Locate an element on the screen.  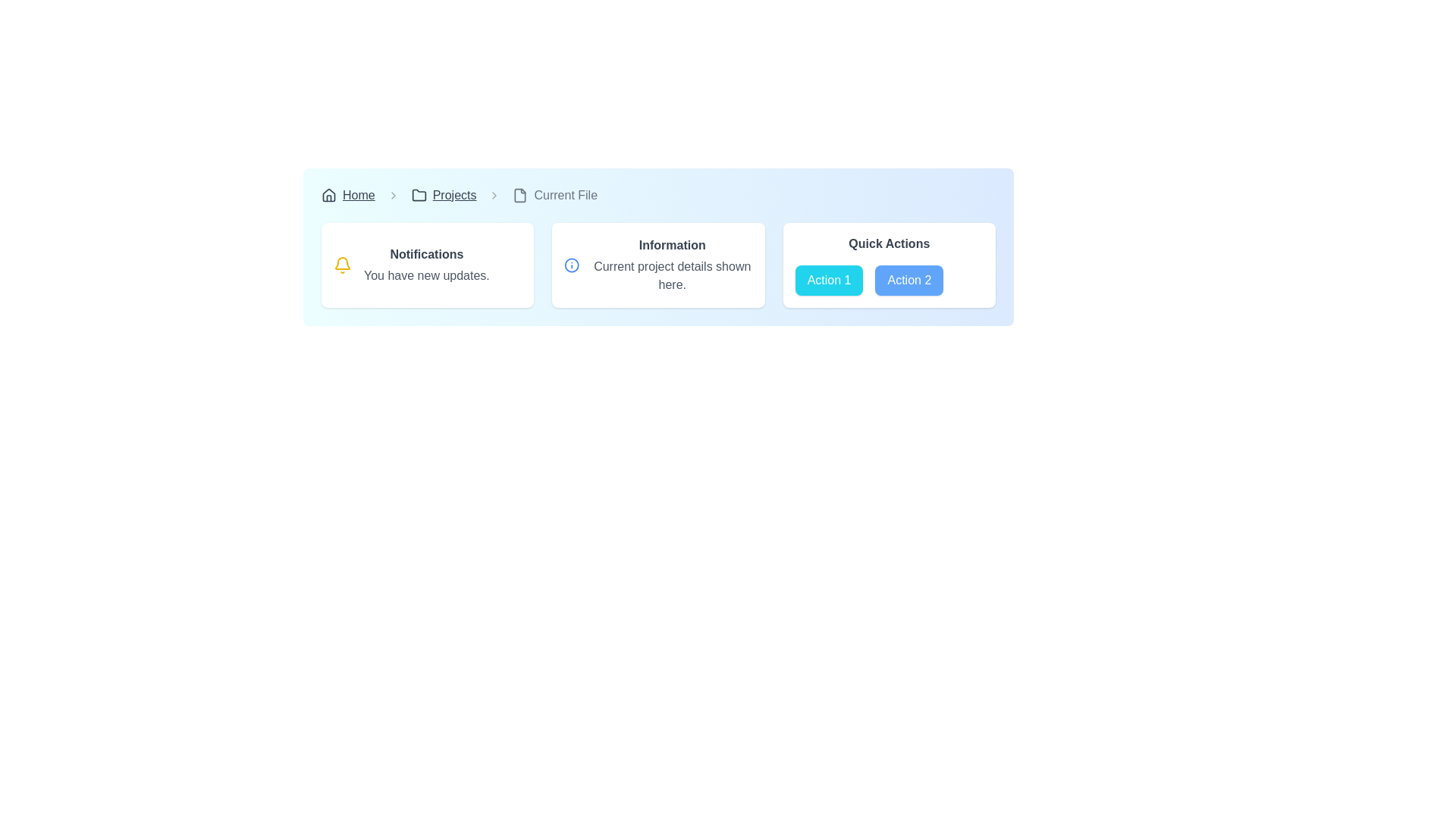
the breadcrumb link in the navigation bar located at the top of the section is located at coordinates (658, 195).